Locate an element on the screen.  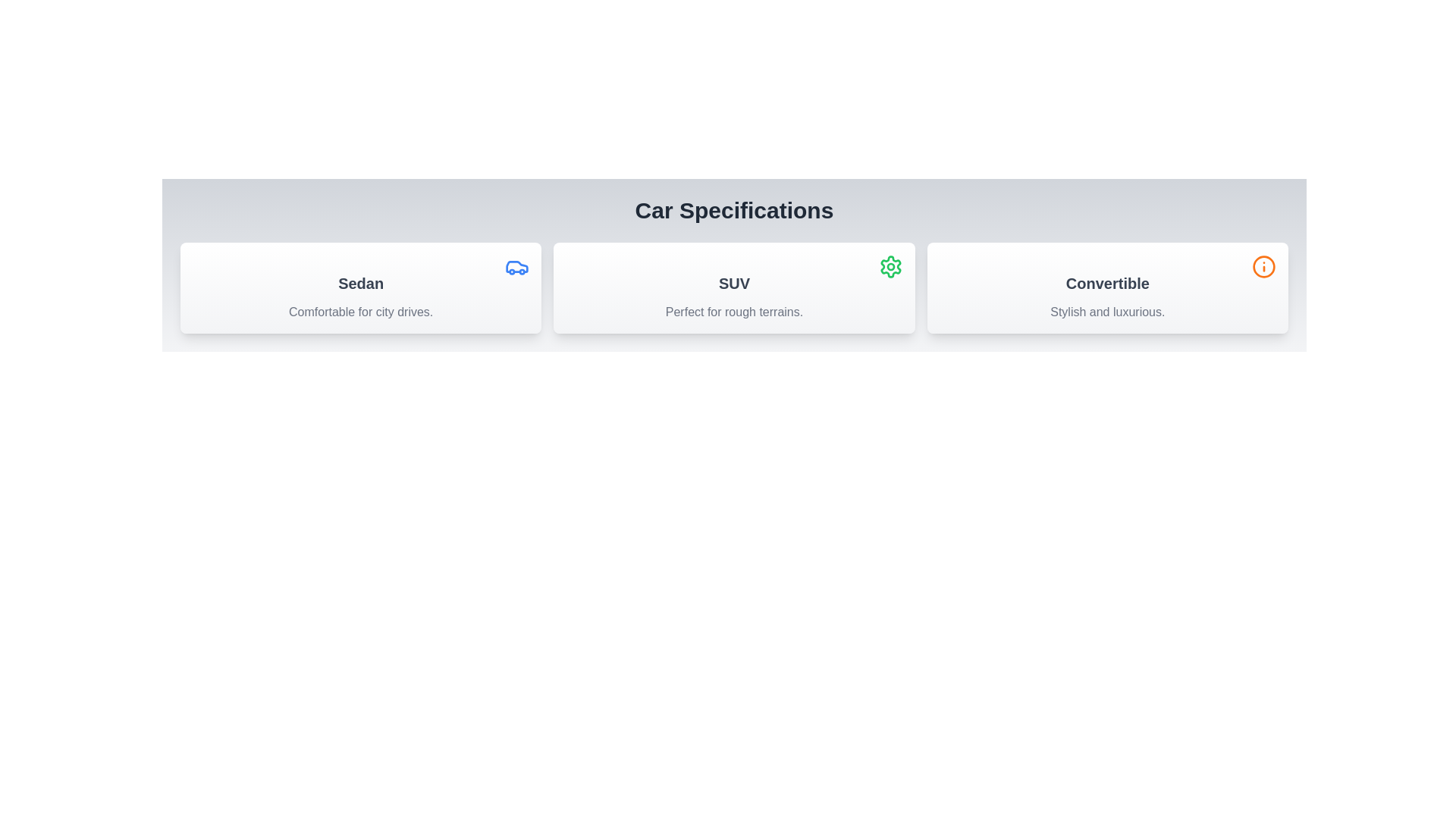
the Informational Card labeled 'Sedan', which features a bold header and an icon of a car in the top-right corner is located at coordinates (360, 288).